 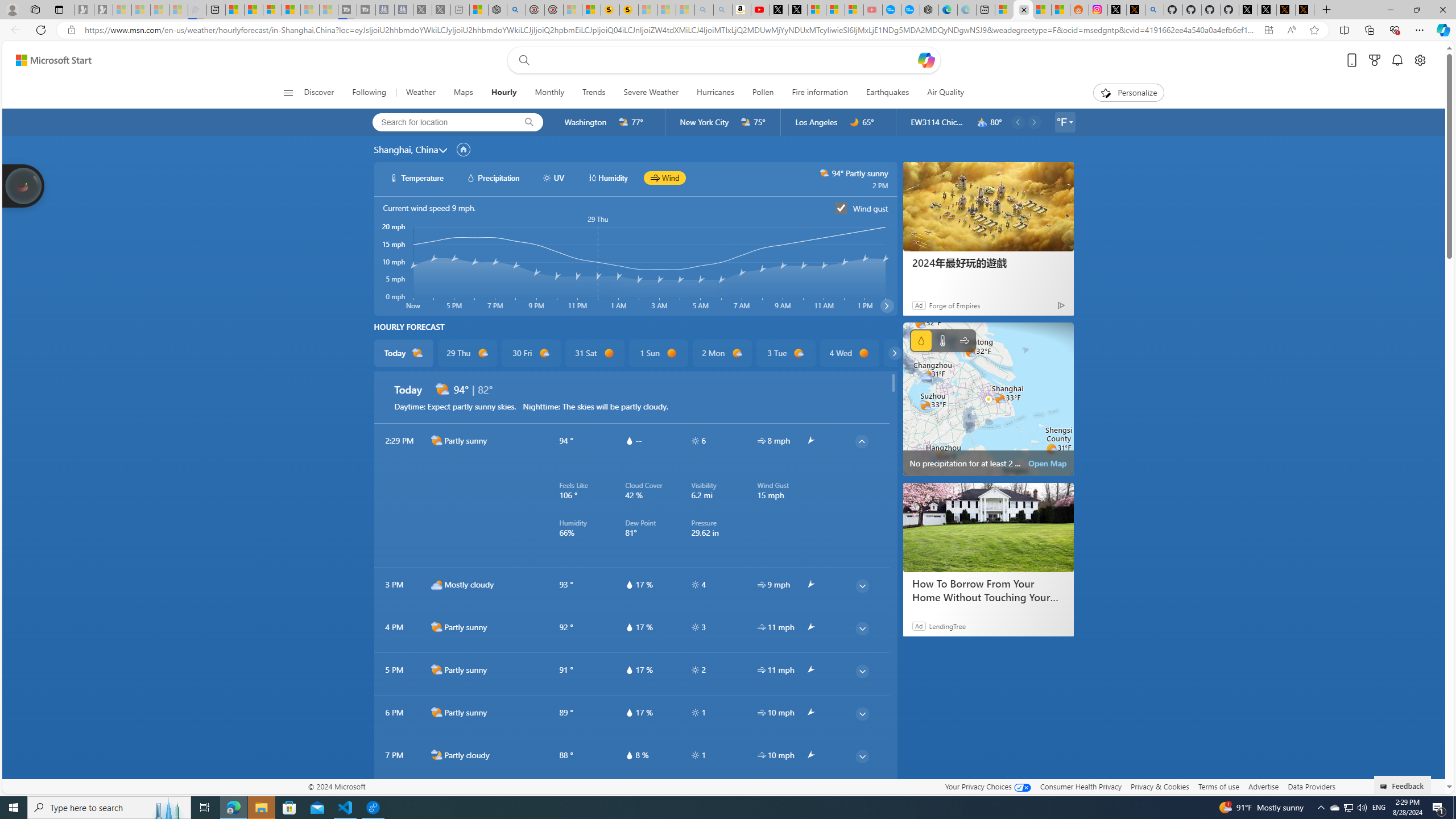 What do you see at coordinates (1420, 60) in the screenshot?
I see `'Open settings'` at bounding box center [1420, 60].